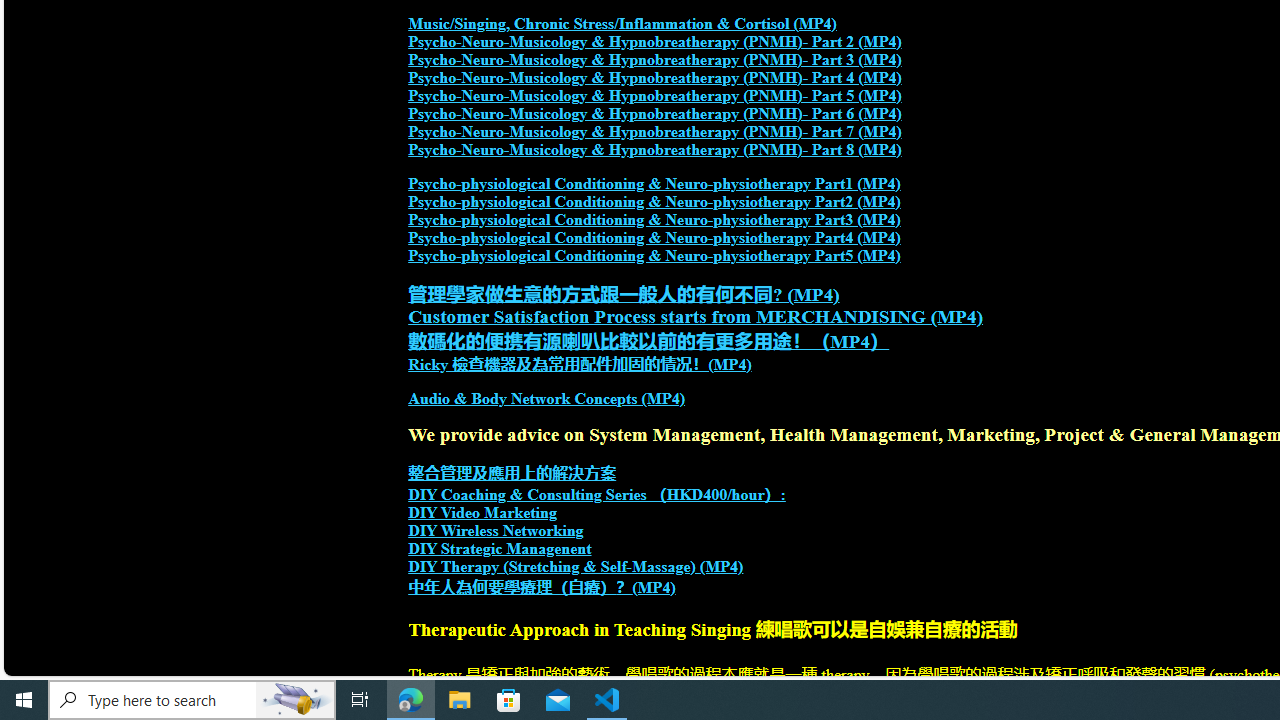 This screenshot has height=720, width=1280. What do you see at coordinates (654, 586) in the screenshot?
I see `'(MP4)'` at bounding box center [654, 586].